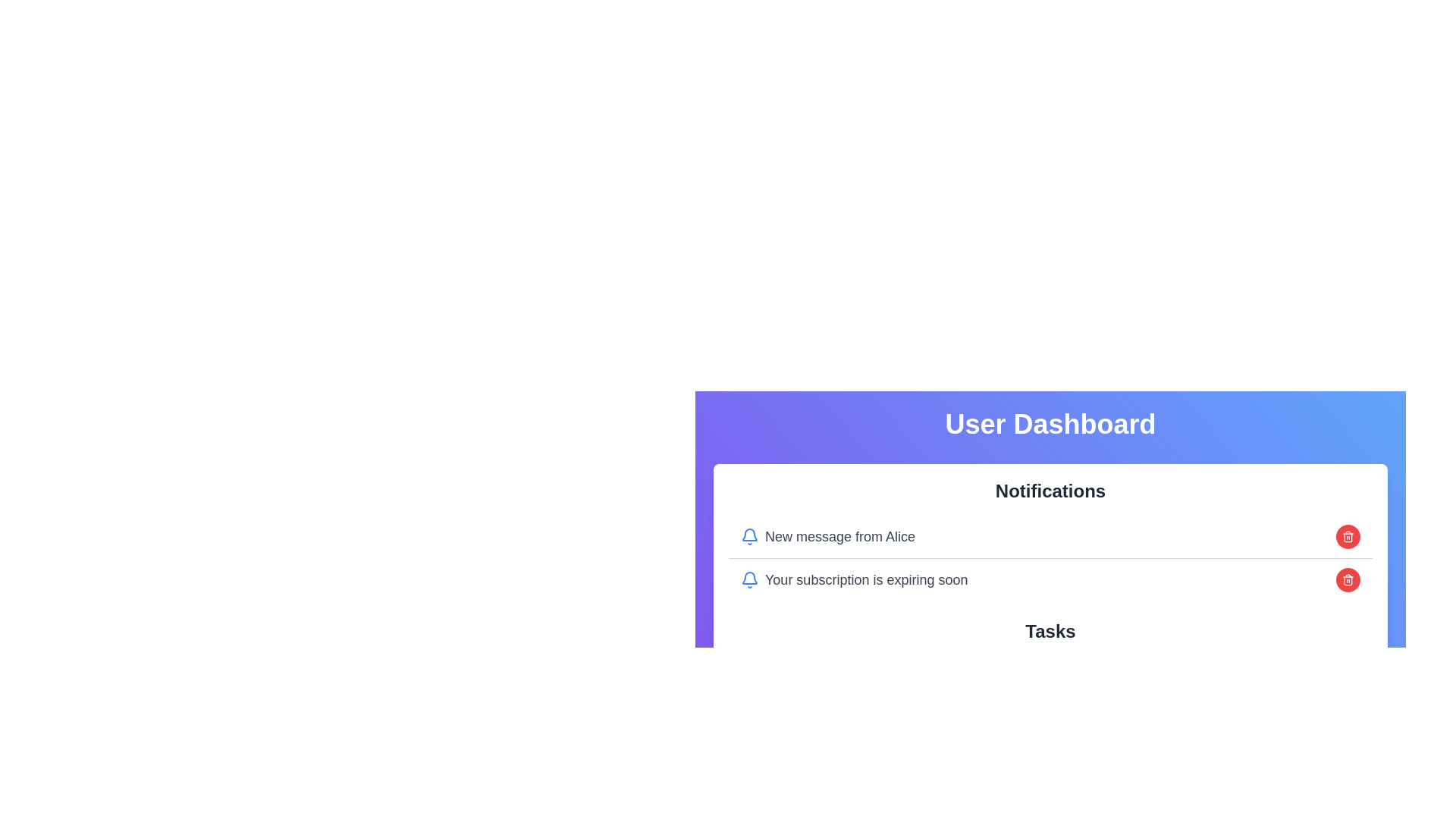 The image size is (1456, 819). Describe the element at coordinates (827, 536) in the screenshot. I see `text label stating 'New message from Alice', which is located in the first row of the 'Notifications' section and is styled with a gray font` at that location.